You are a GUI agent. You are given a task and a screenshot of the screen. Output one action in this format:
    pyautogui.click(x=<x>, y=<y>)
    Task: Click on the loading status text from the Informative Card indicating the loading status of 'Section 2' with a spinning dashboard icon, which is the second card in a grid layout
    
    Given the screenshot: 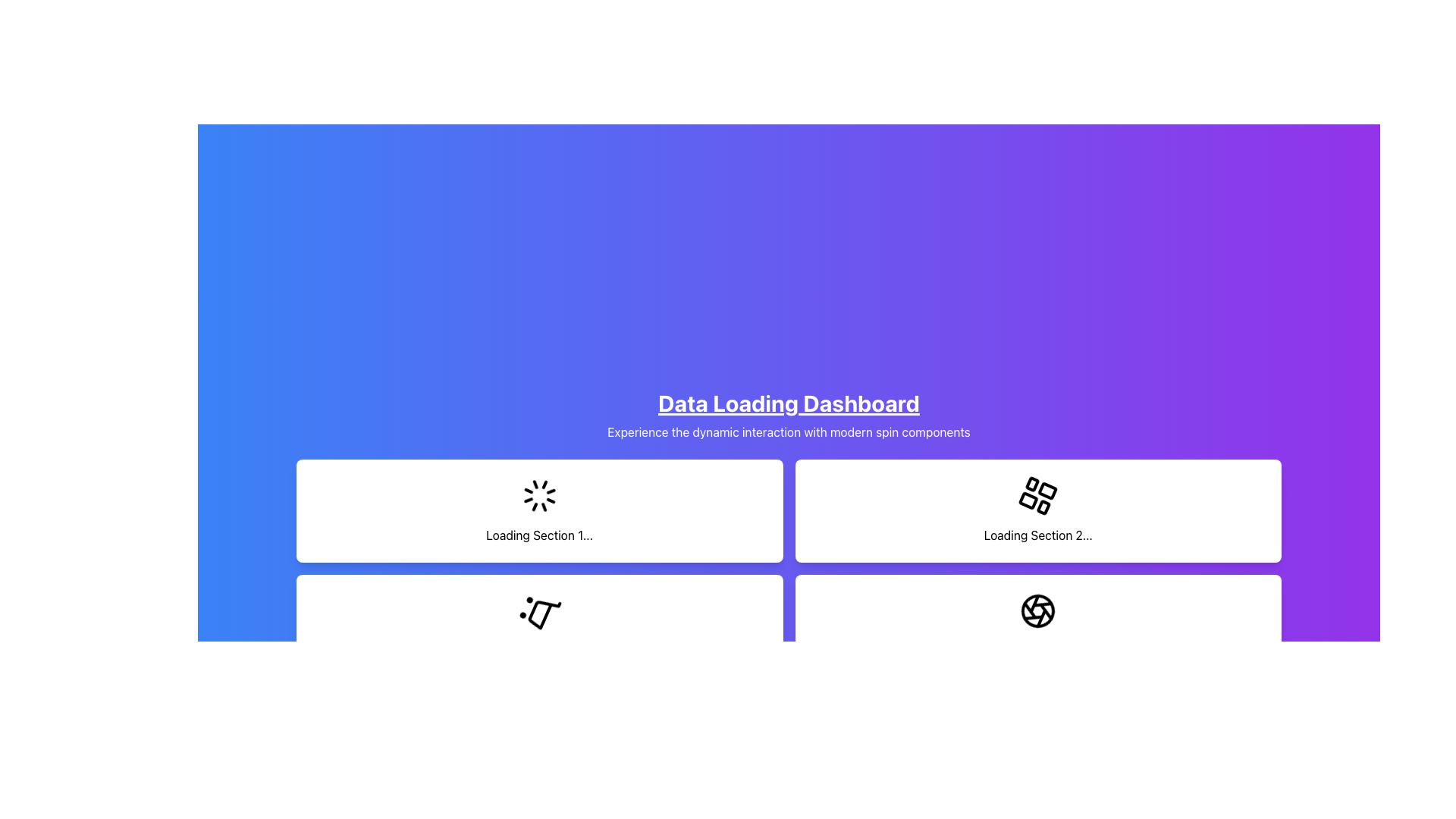 What is the action you would take?
    pyautogui.click(x=1037, y=511)
    